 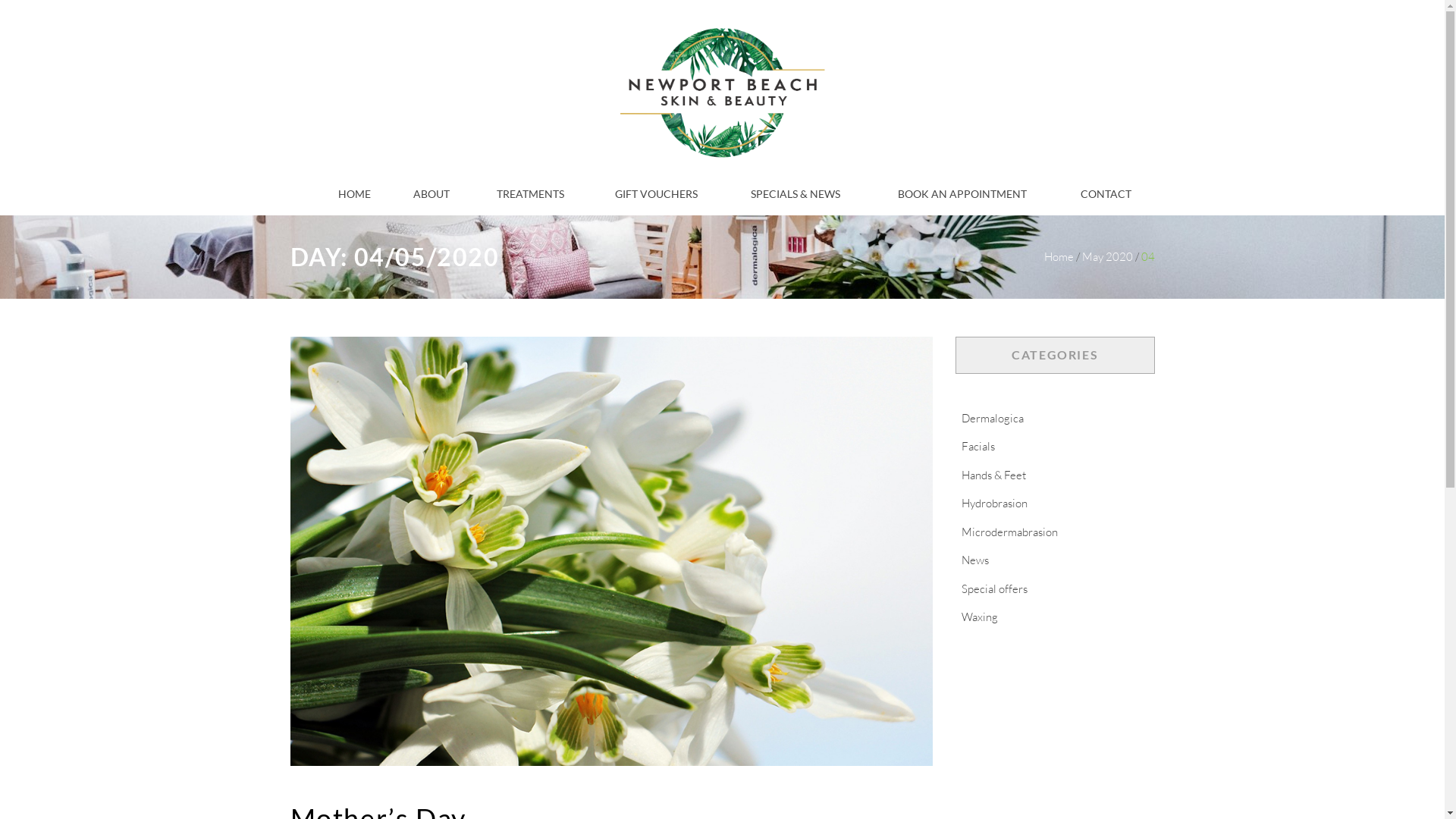 I want to click on 'BOOK AN APPOINTMENT', so click(x=961, y=193).